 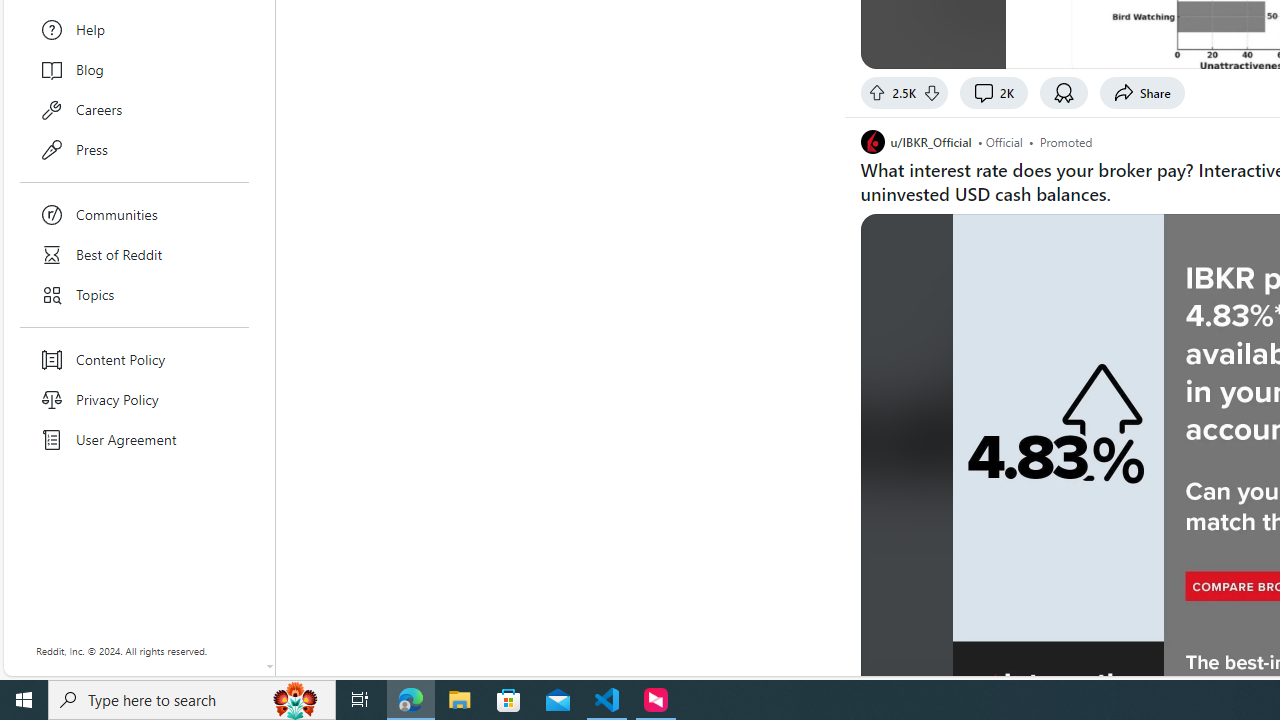 What do you see at coordinates (134, 253) in the screenshot?
I see `'Best of Reddit'` at bounding box center [134, 253].